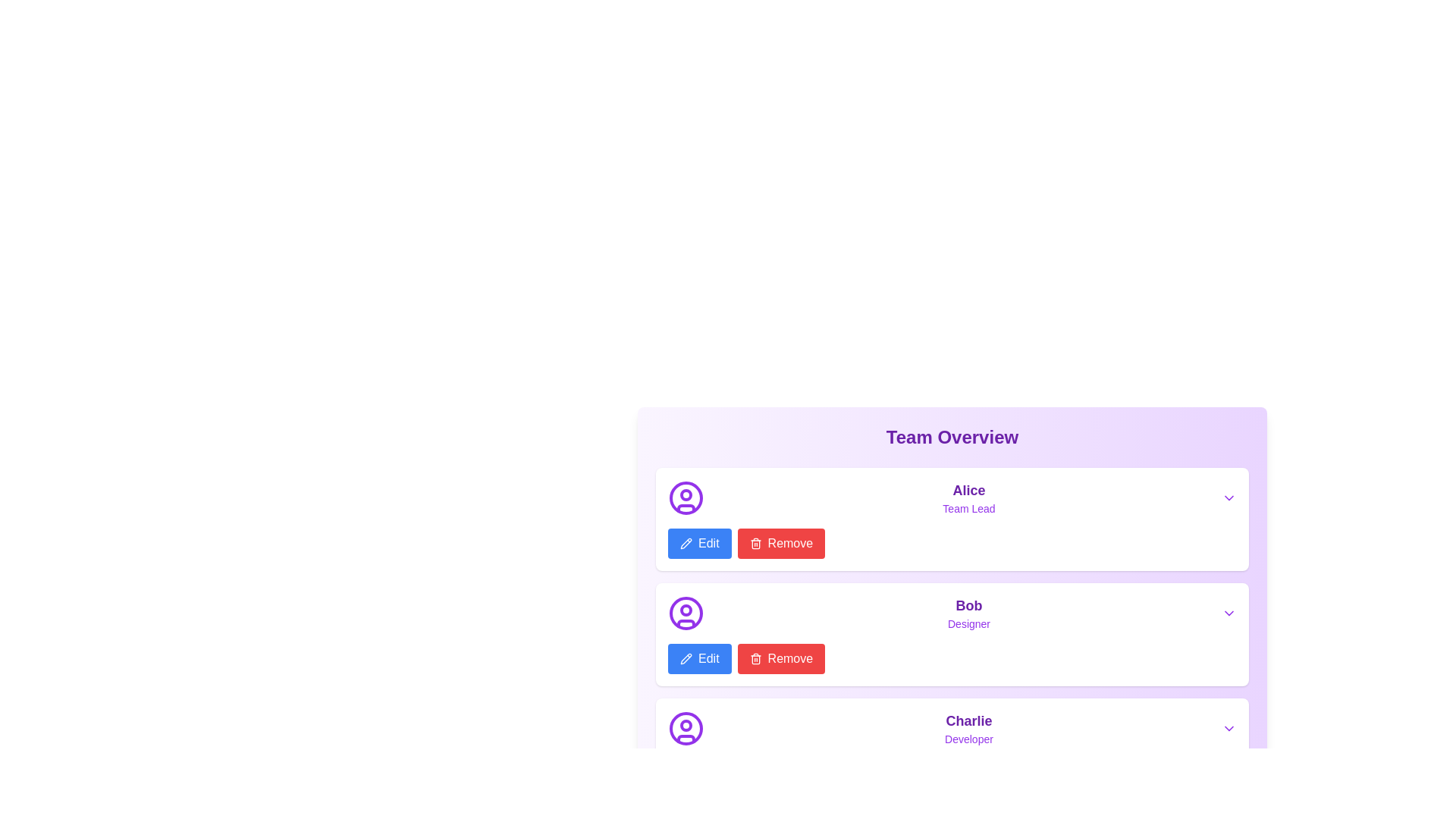 The image size is (1456, 819). What do you see at coordinates (755, 659) in the screenshot?
I see `the trash bin icon on the red 'Remove' button, located to the right of the 'Edit' button in the second entry of the user cards list` at bounding box center [755, 659].